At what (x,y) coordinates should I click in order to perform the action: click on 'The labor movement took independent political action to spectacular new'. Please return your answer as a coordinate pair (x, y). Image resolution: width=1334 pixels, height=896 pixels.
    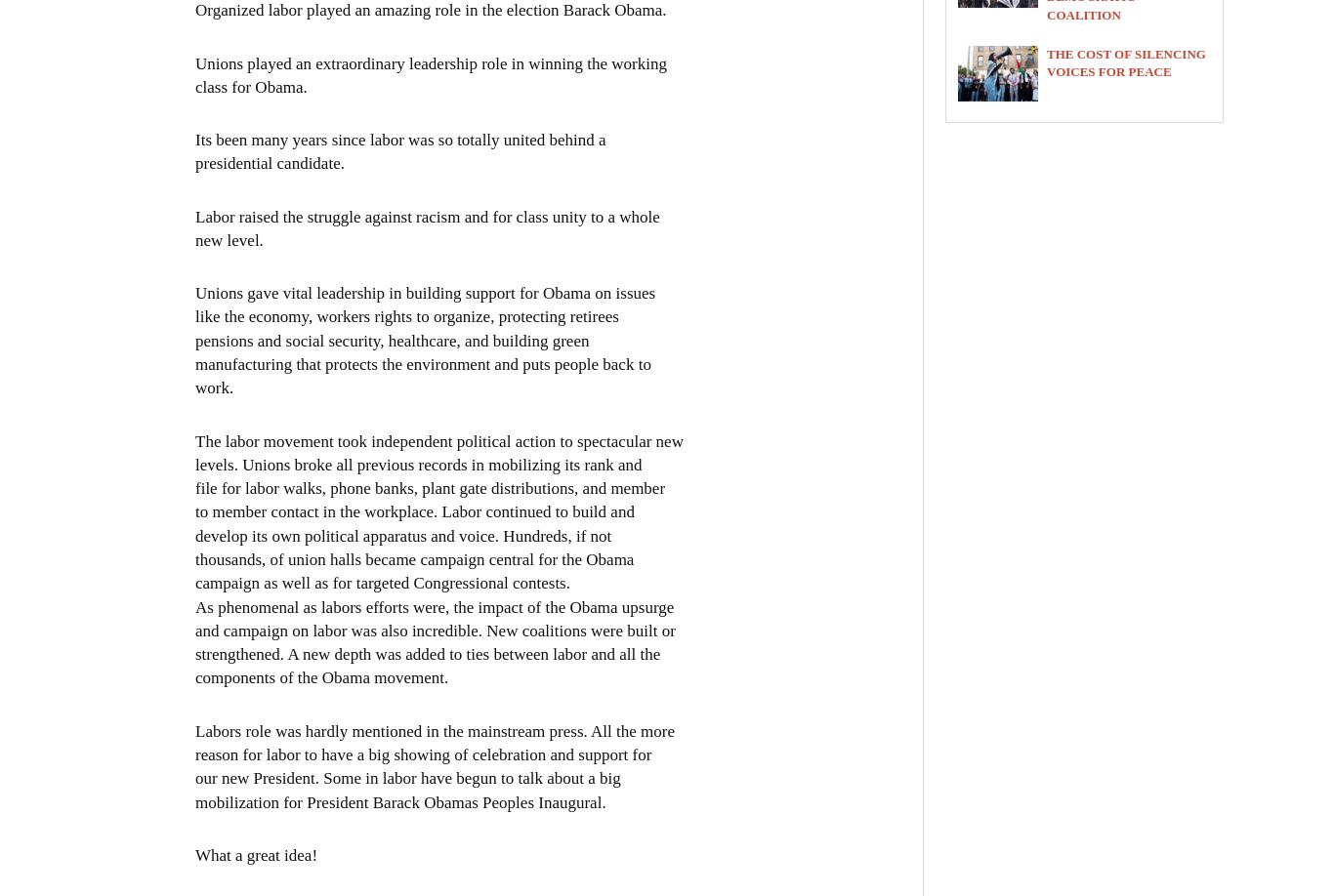
    Looking at the image, I should click on (438, 438).